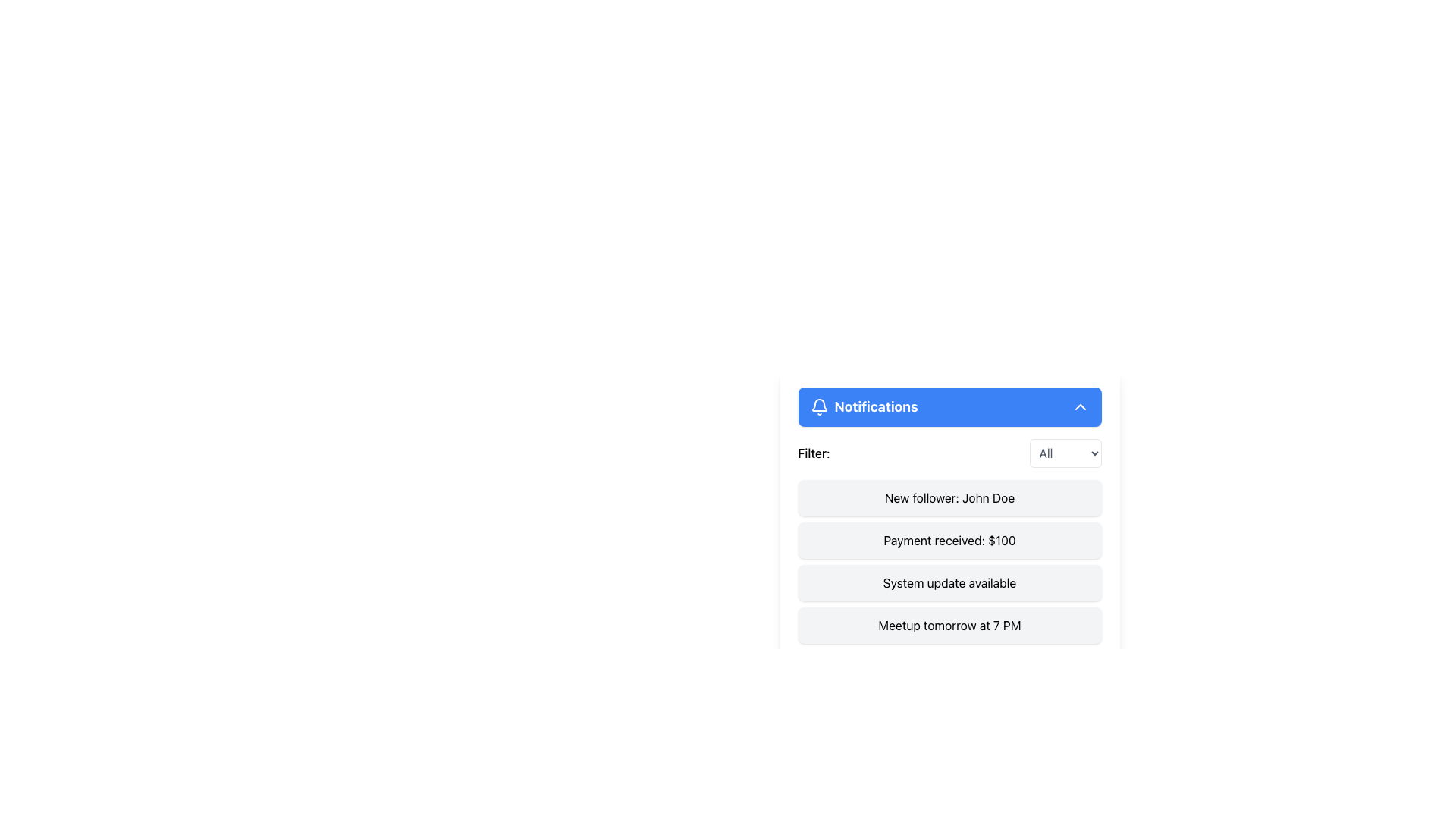  Describe the element at coordinates (1079, 406) in the screenshot. I see `the upward-facing chevron icon button in the Notifications section header, which is blue with a white chevron, located to the right of the 'Notifications' title` at that location.